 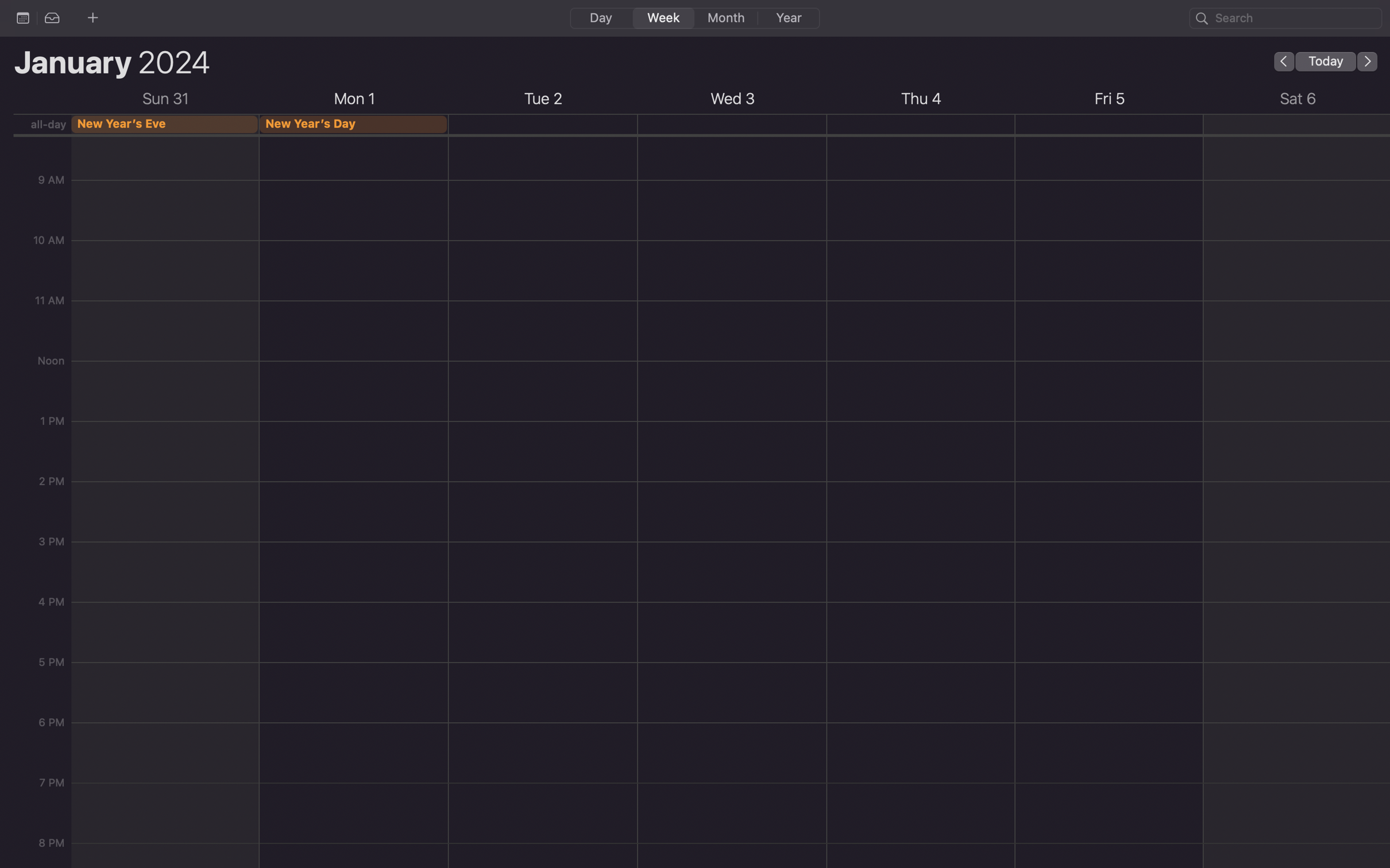 What do you see at coordinates (354, 190) in the screenshot?
I see `On the 1st of January, put an event at 9 am` at bounding box center [354, 190].